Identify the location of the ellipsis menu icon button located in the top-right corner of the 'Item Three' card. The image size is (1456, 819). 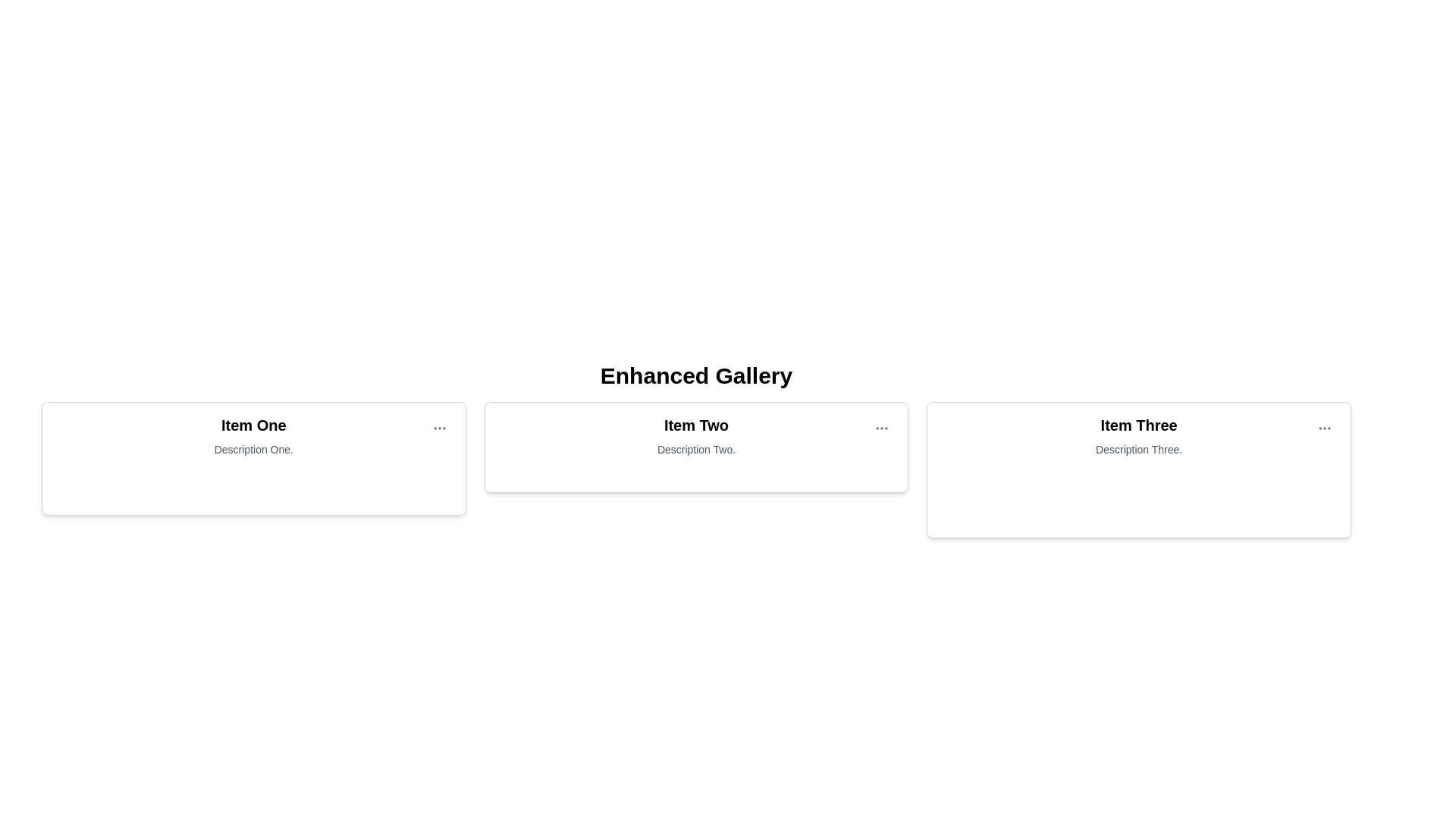
(1324, 428).